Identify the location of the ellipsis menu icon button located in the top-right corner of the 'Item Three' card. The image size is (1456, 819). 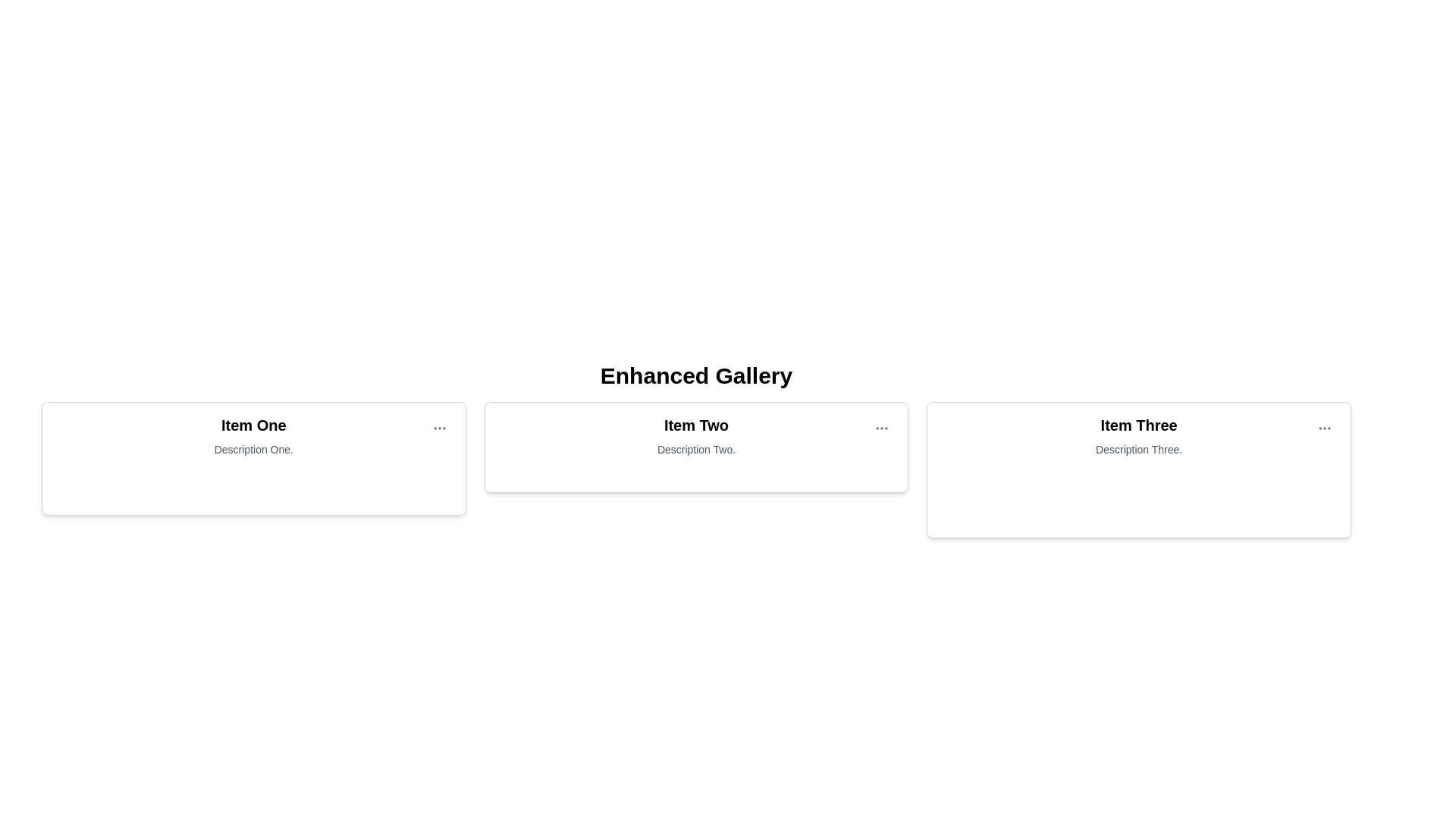
(1324, 428).